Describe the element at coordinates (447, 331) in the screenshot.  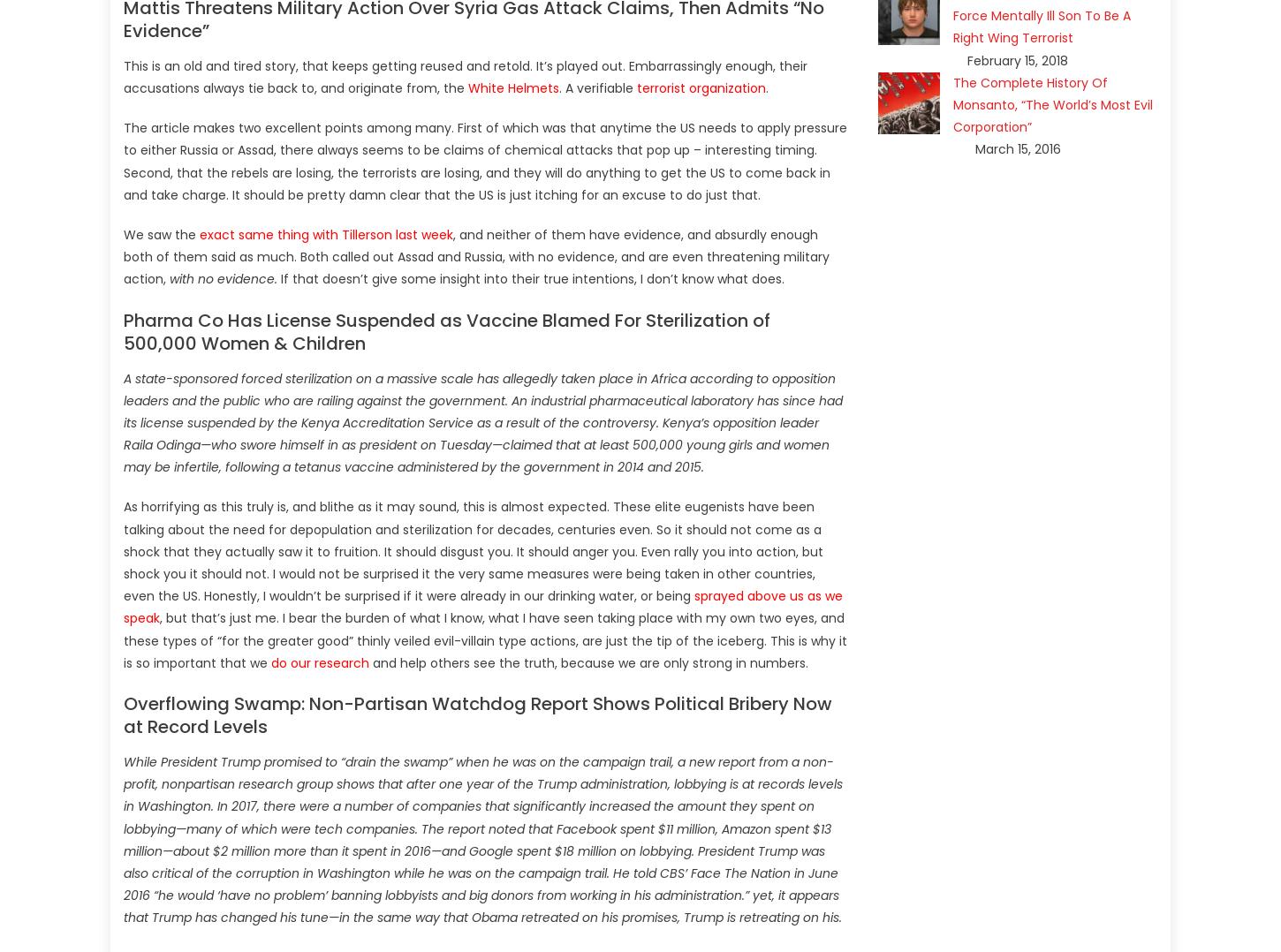
I see `'Pharma Co Has License Suspended as Vaccine Blamed For Sterilization of 500,000 Women & Children'` at that location.